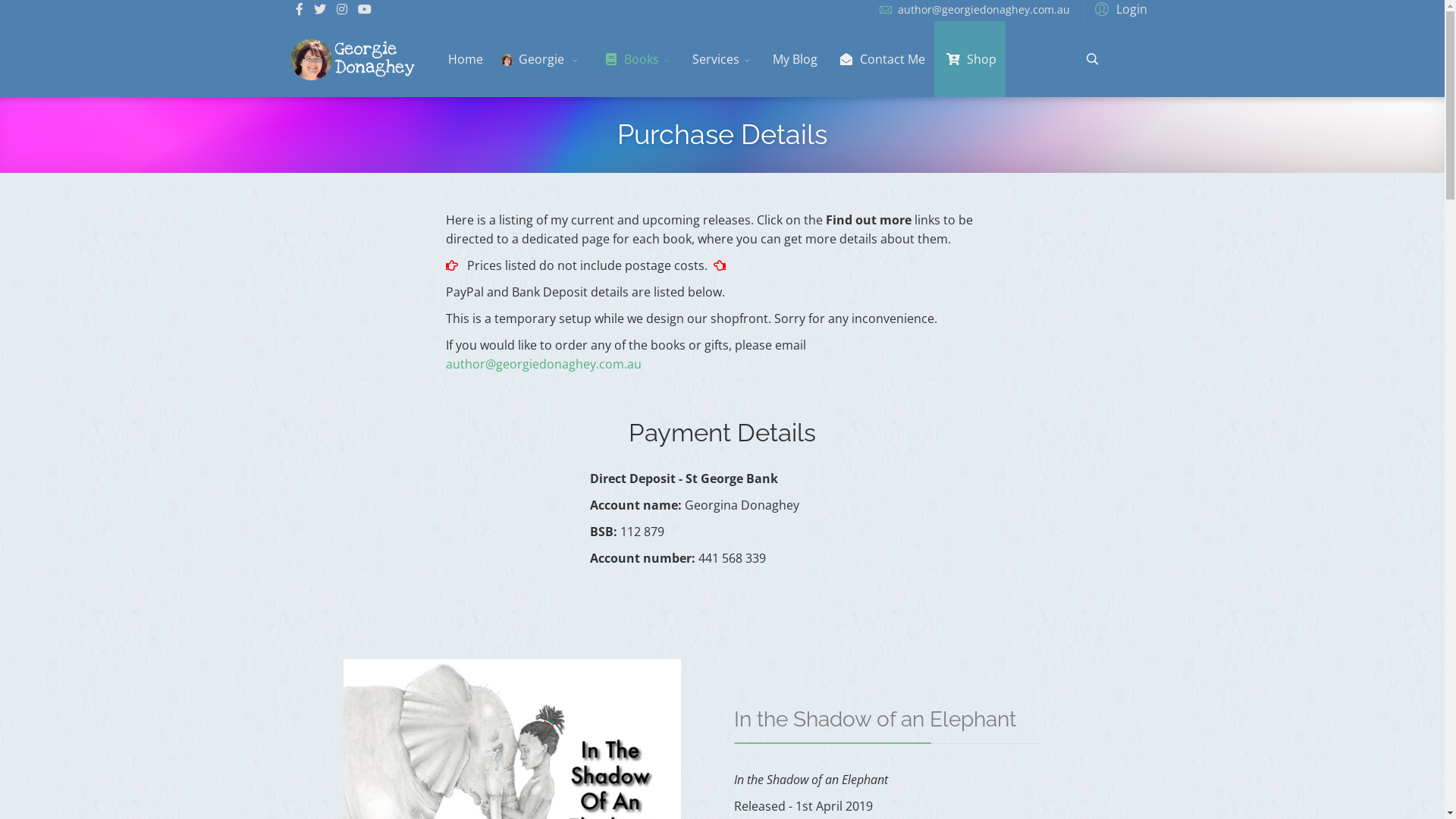 The width and height of the screenshot is (1456, 819). What do you see at coordinates (465, 58) in the screenshot?
I see `'Home'` at bounding box center [465, 58].